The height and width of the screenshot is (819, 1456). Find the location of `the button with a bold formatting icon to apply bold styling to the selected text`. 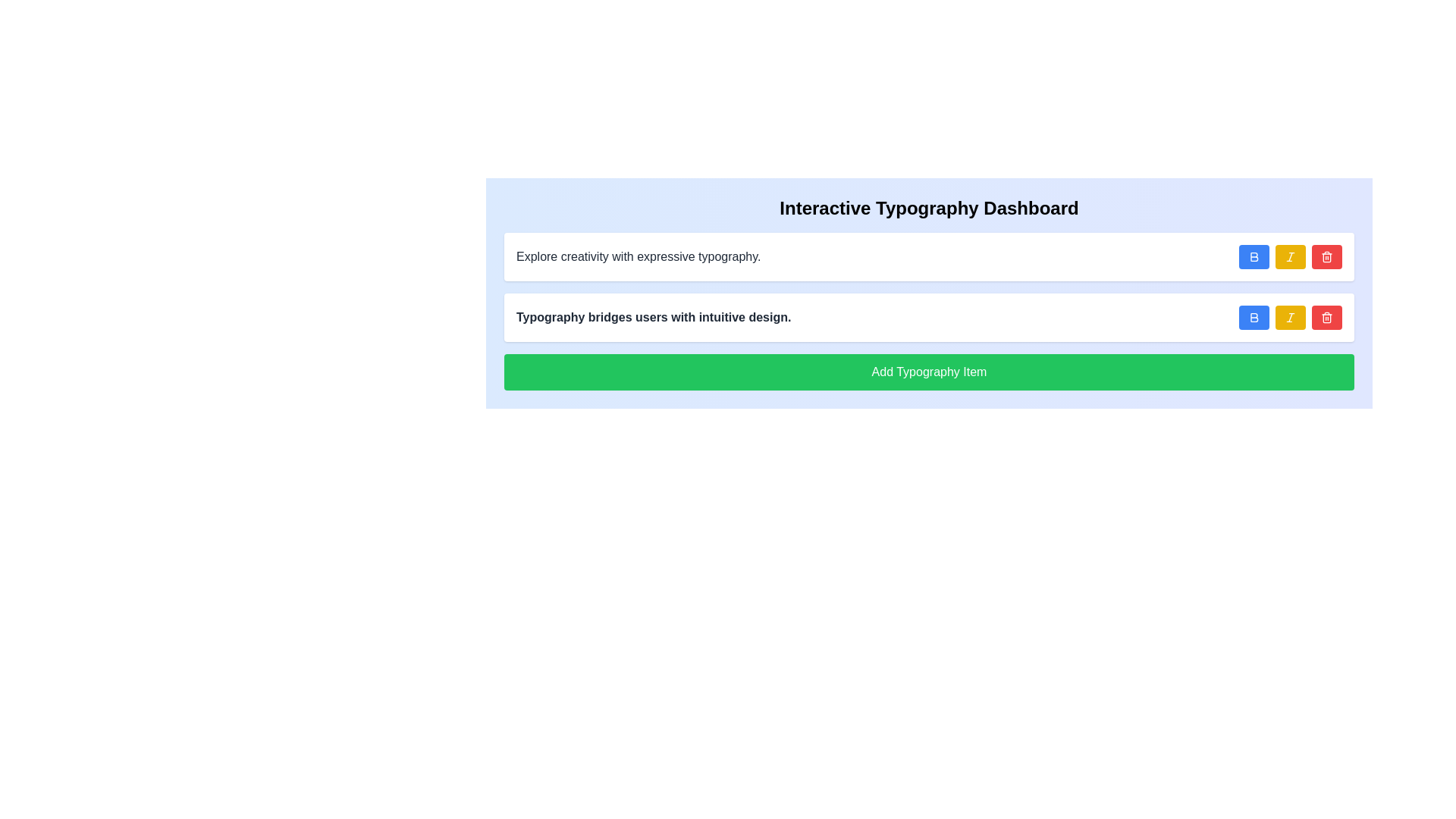

the button with a bold formatting icon to apply bold styling to the selected text is located at coordinates (1254, 317).